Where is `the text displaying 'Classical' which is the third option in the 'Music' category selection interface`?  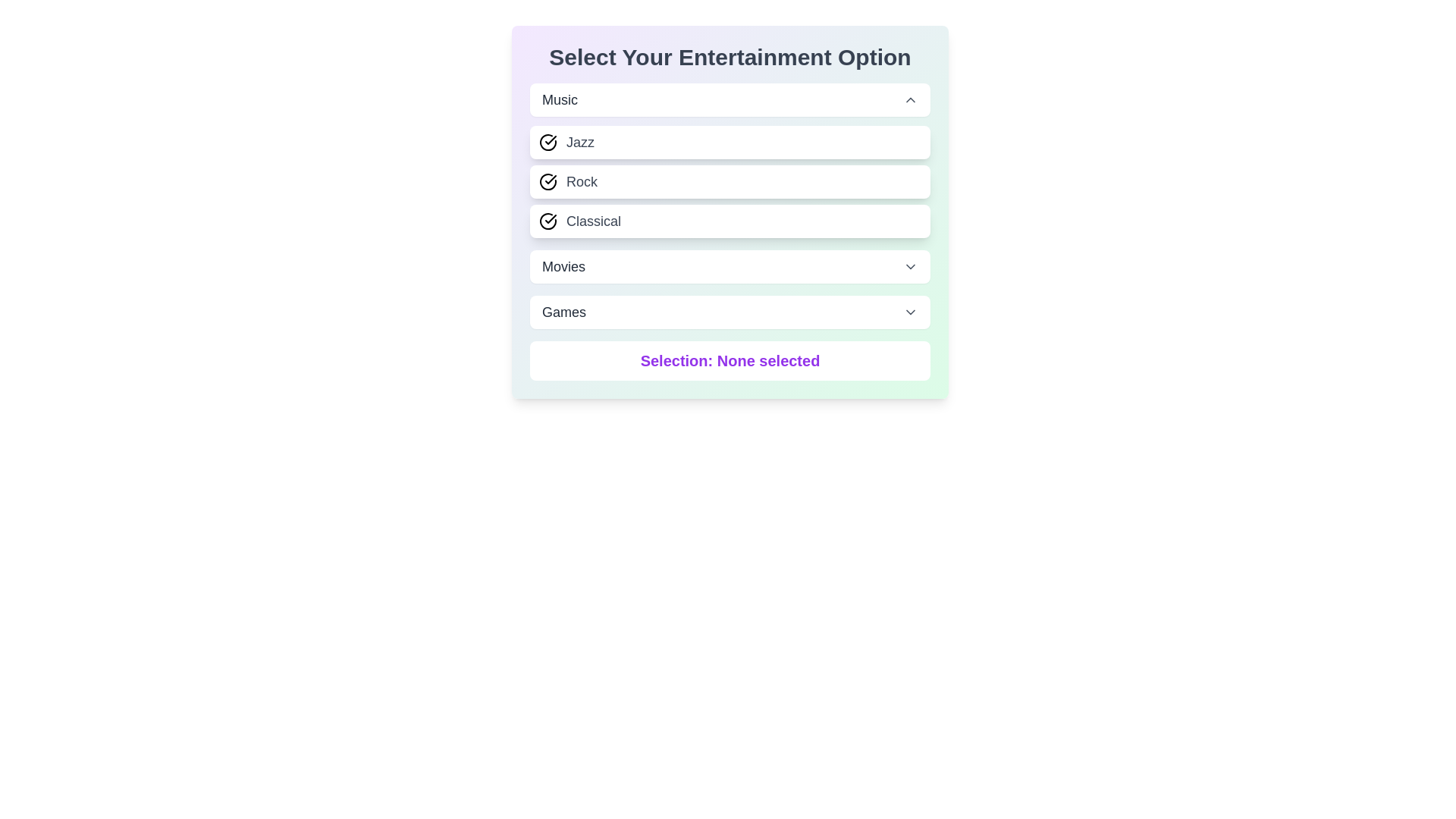
the text displaying 'Classical' which is the third option in the 'Music' category selection interface is located at coordinates (592, 221).